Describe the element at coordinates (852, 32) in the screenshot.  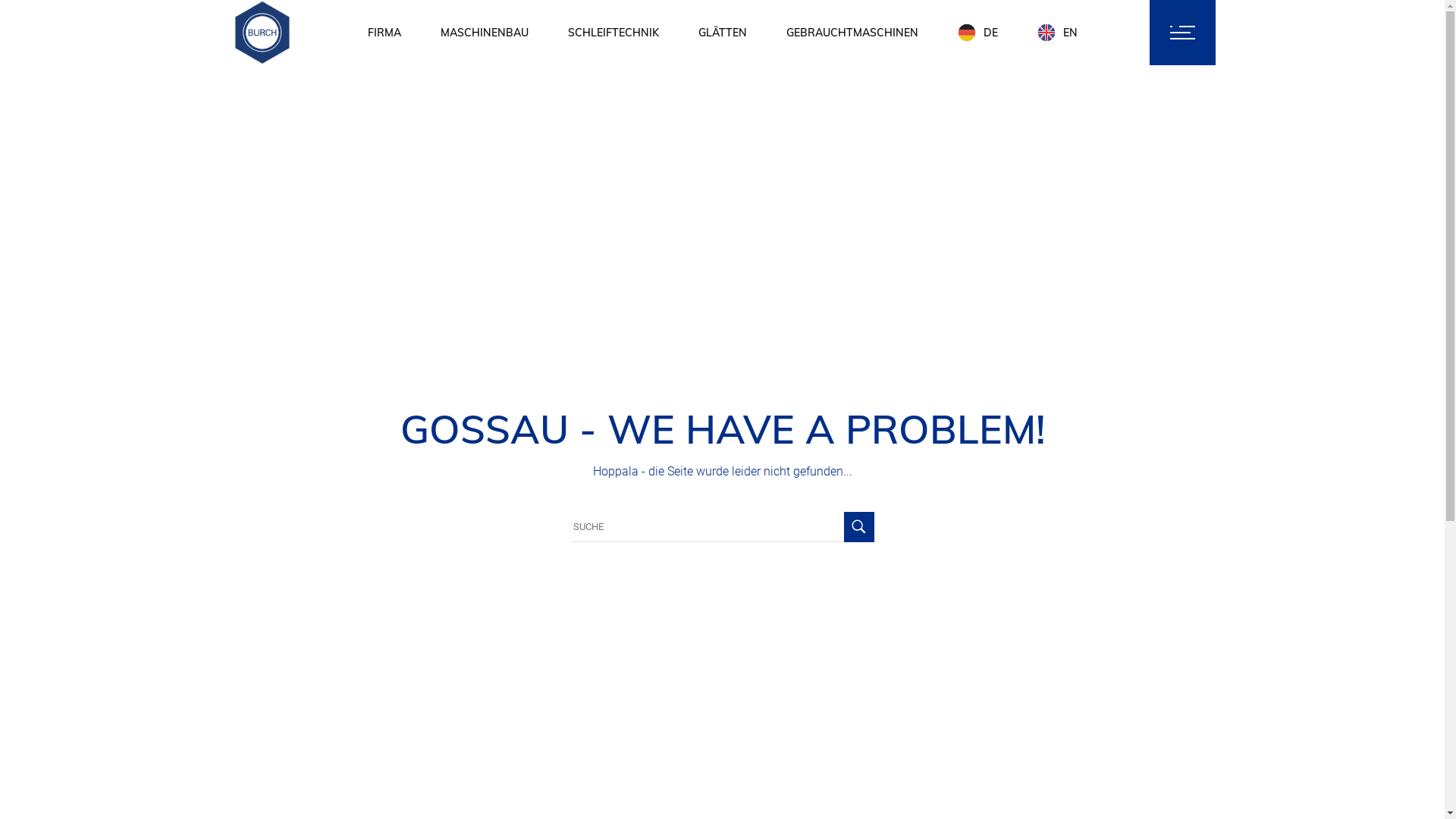
I see `'GEBRAUCHTMASCHINEN'` at that location.